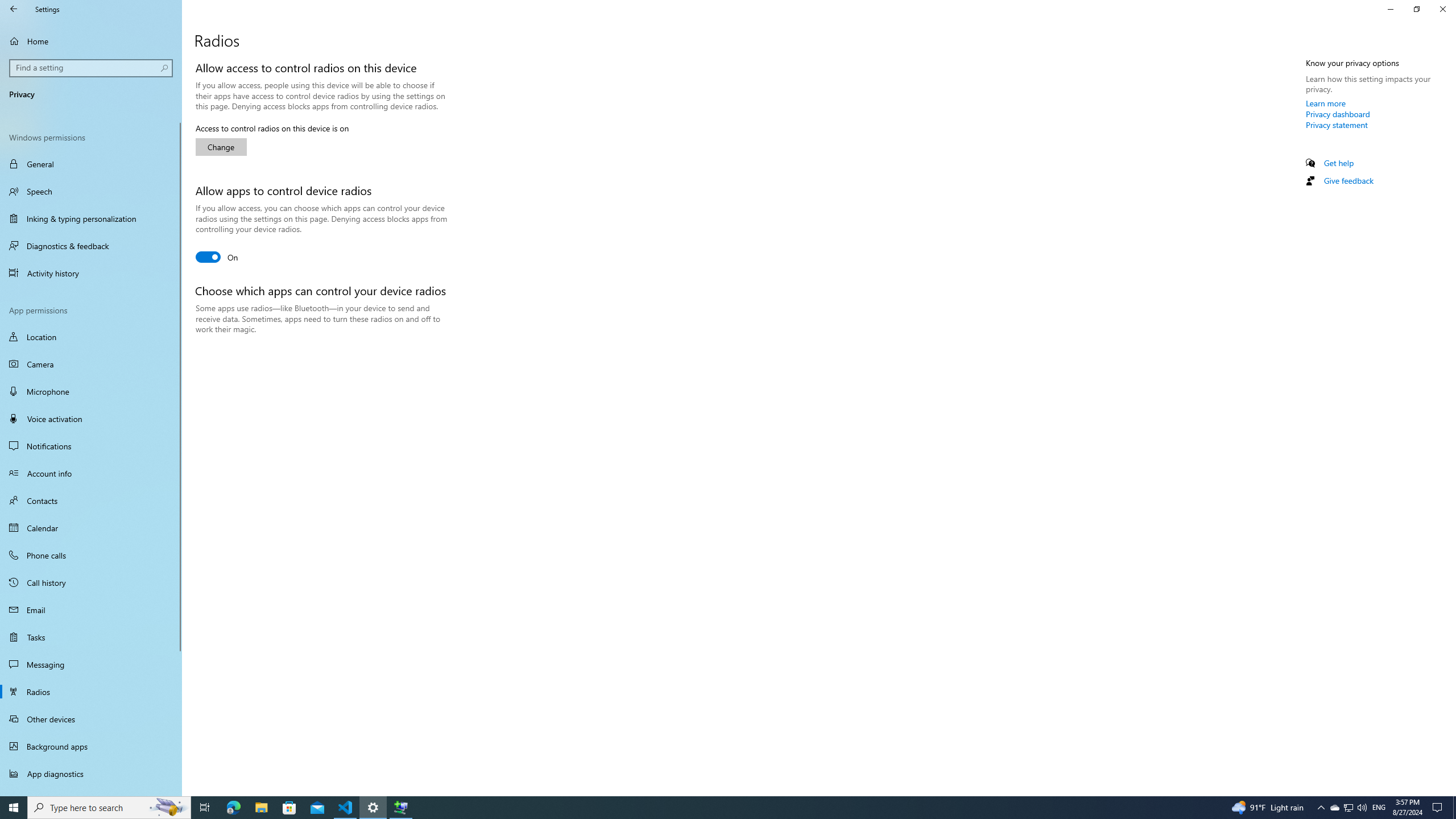  Describe the element at coordinates (1389, 9) in the screenshot. I see `'Minimize Settings'` at that location.